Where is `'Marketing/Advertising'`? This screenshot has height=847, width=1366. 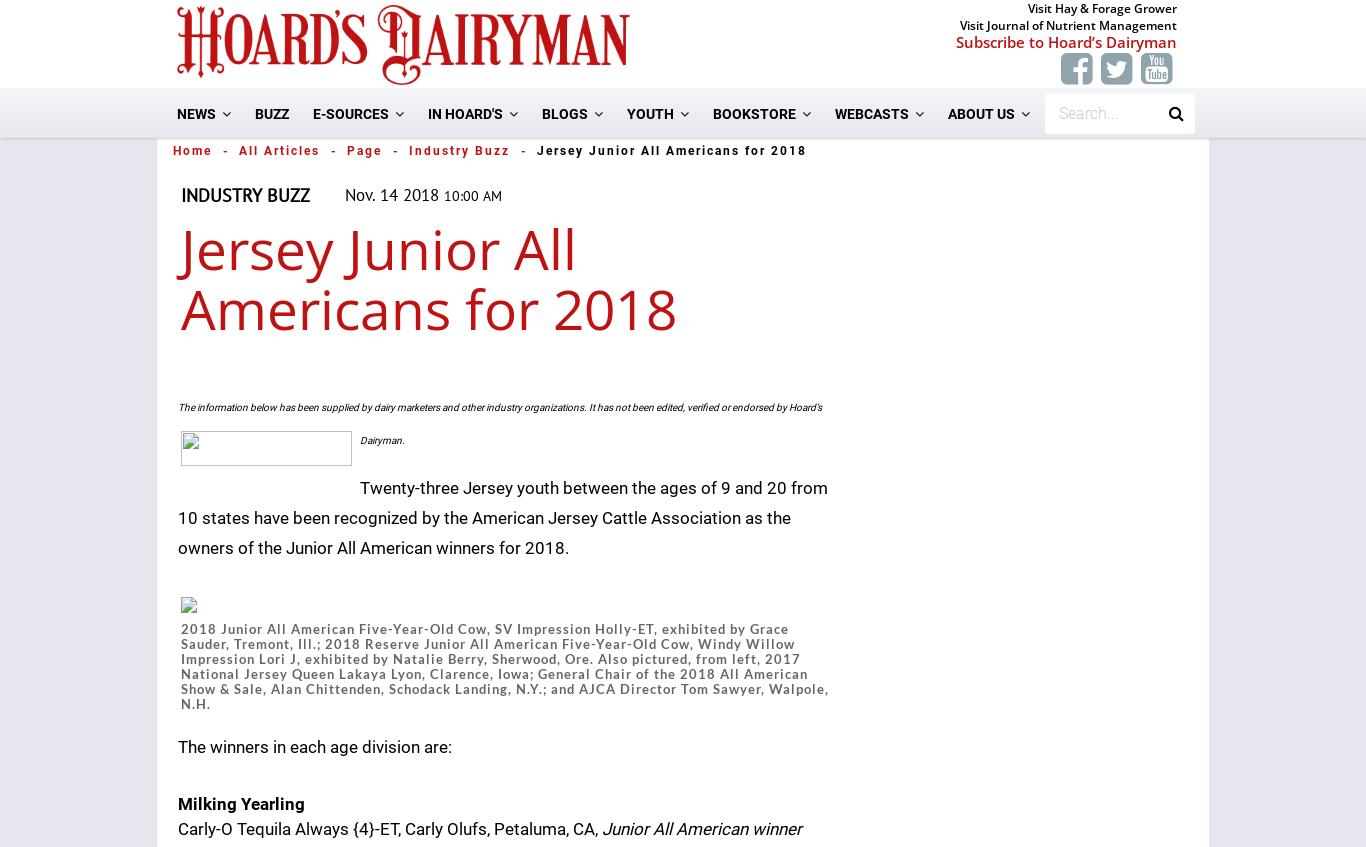
'Marketing/Advertising' is located at coordinates (1050, 301).